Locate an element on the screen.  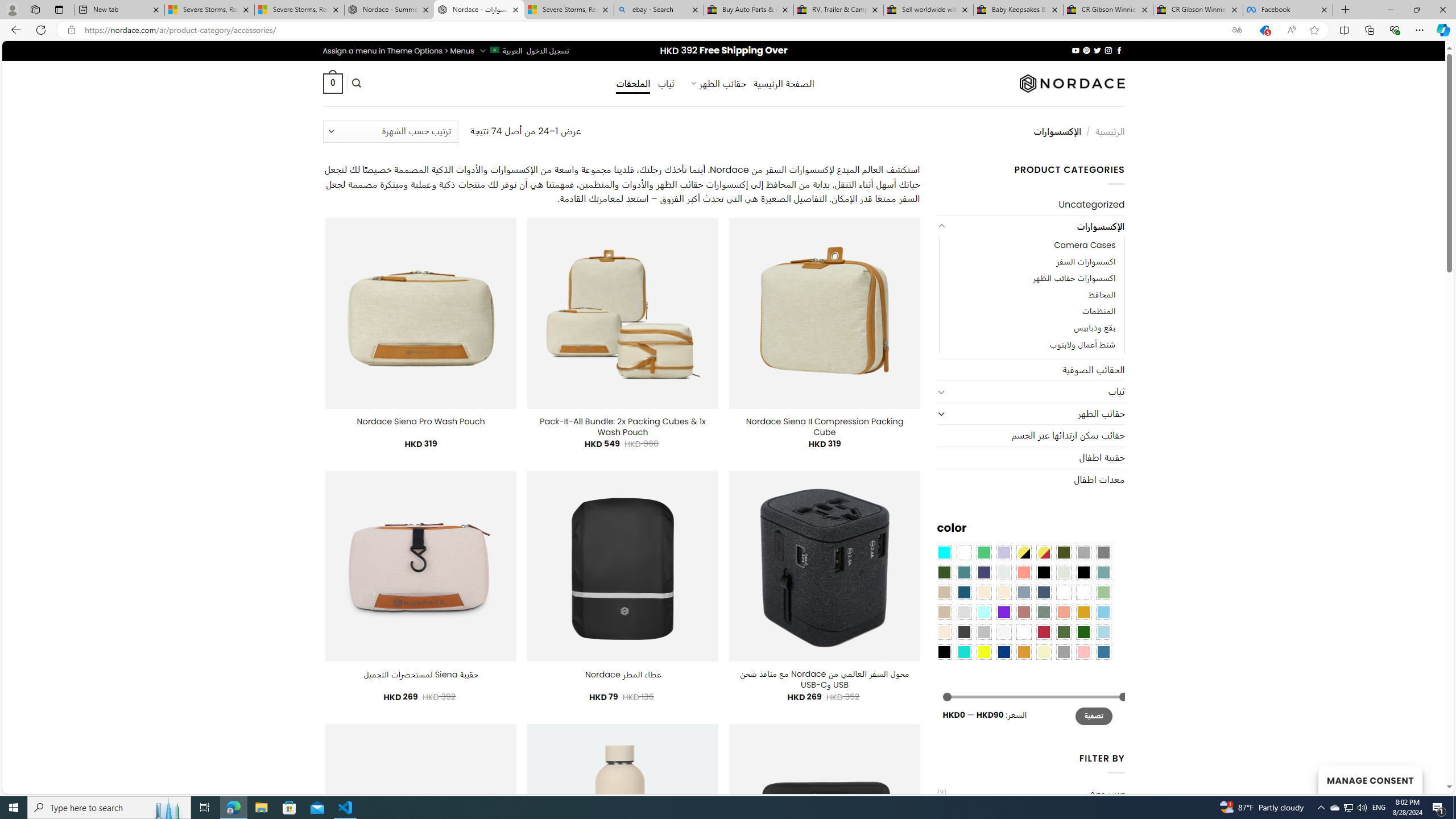
'MANAGE CONSENT' is located at coordinates (1370, 779).